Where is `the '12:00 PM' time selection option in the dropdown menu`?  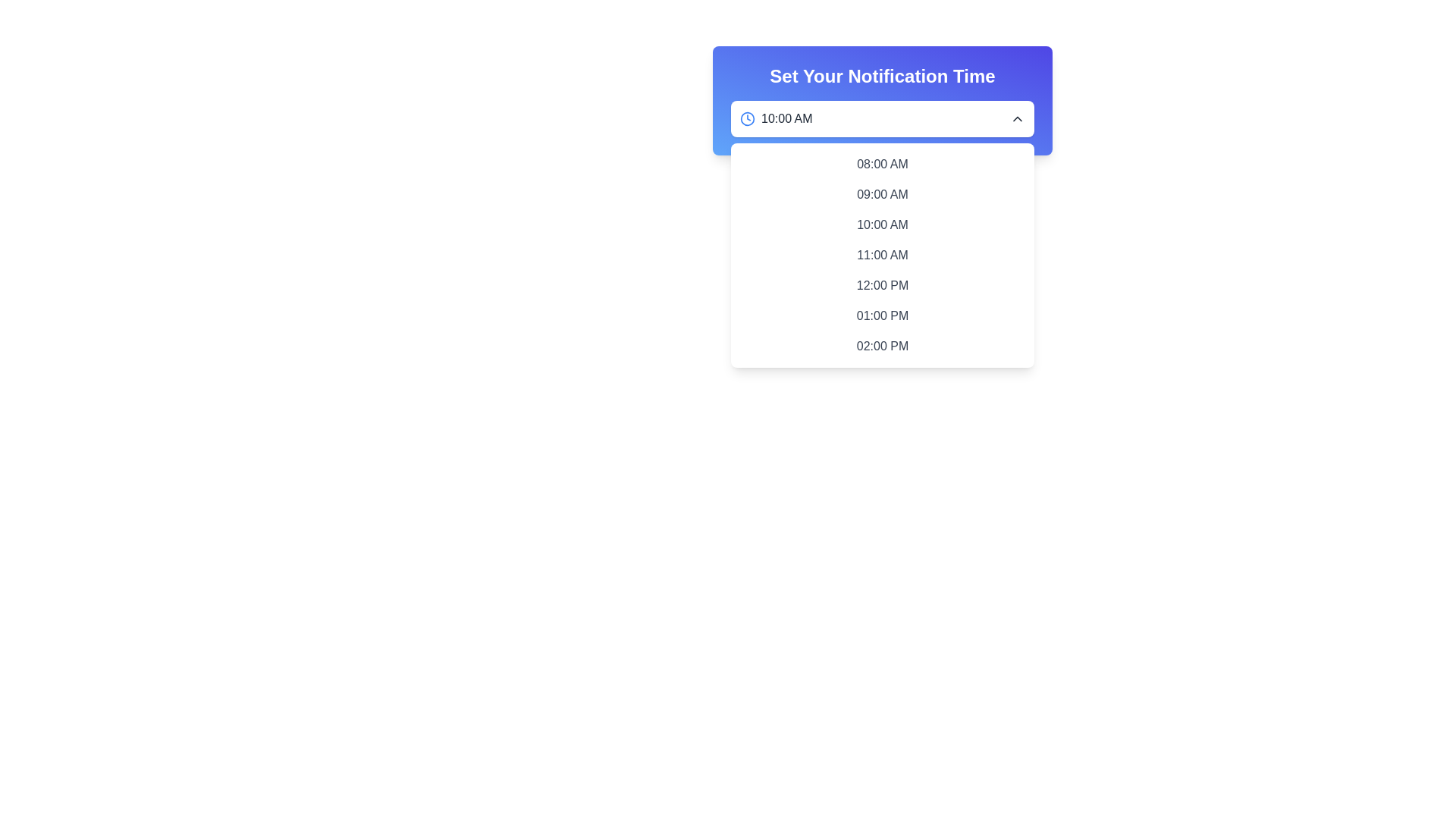 the '12:00 PM' time selection option in the dropdown menu is located at coordinates (882, 286).